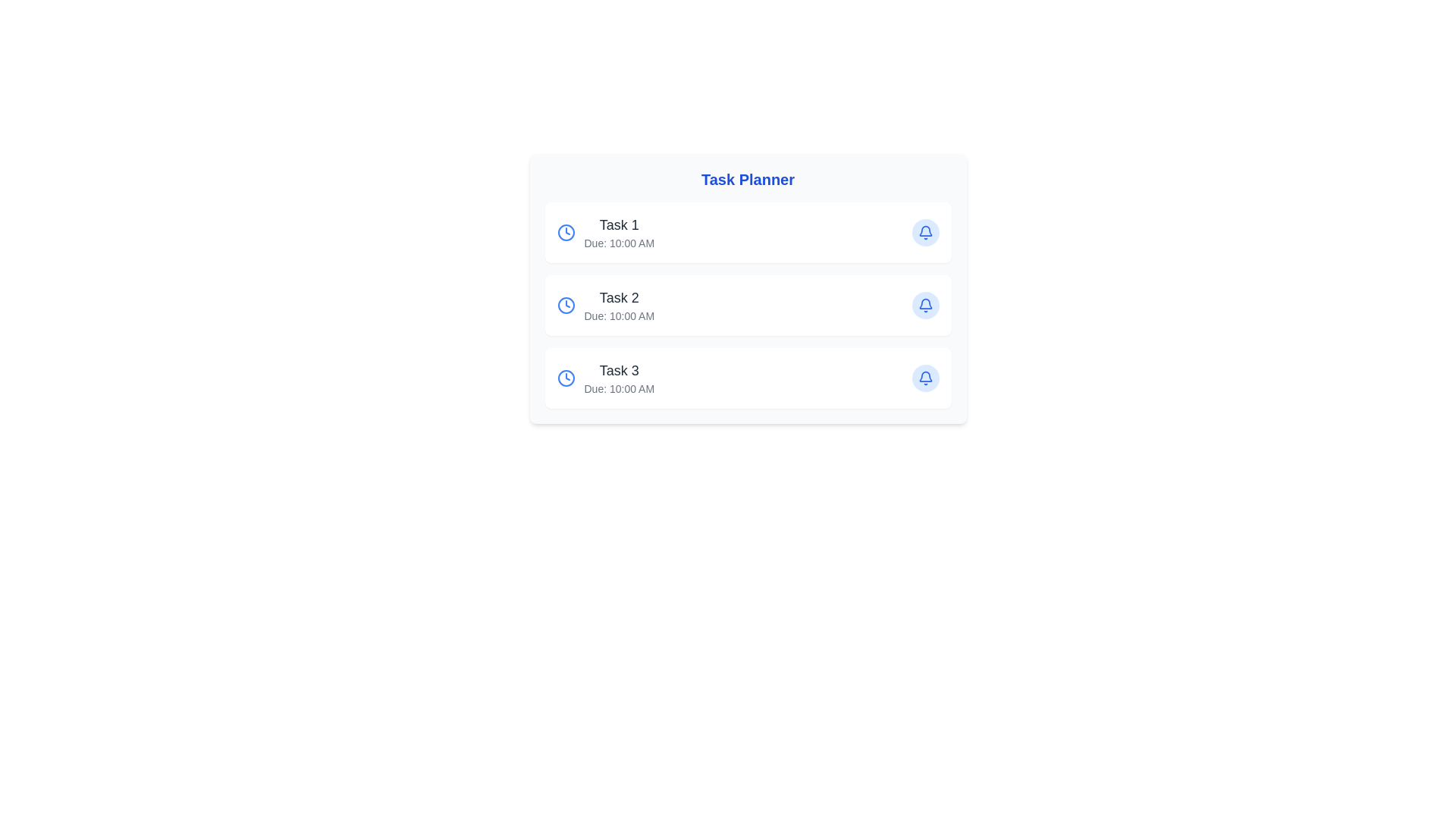 Image resolution: width=1456 pixels, height=819 pixels. I want to click on the text element that displays the task description and due time, located as the third entry in the task management interface under 'Task 2', so click(619, 377).